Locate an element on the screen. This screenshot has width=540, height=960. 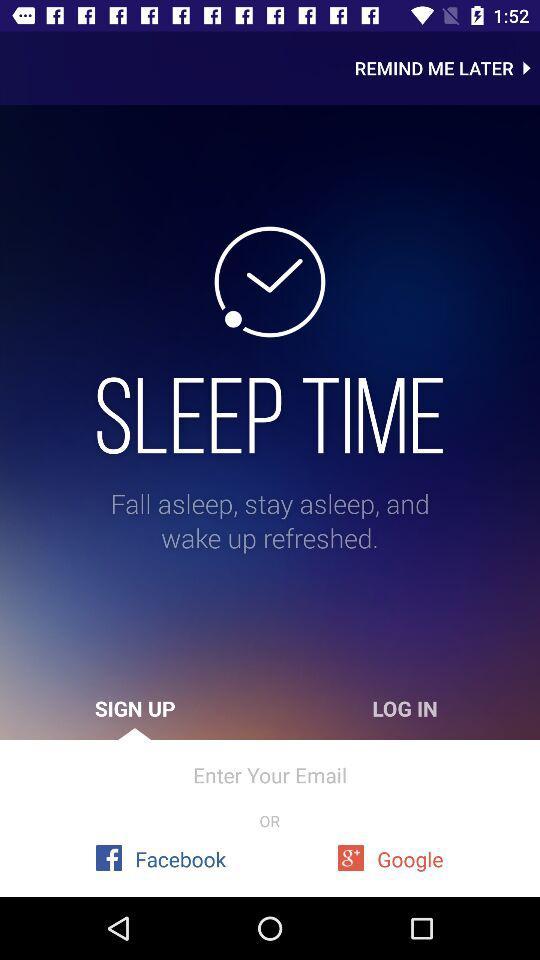
enter your email is located at coordinates (270, 774).